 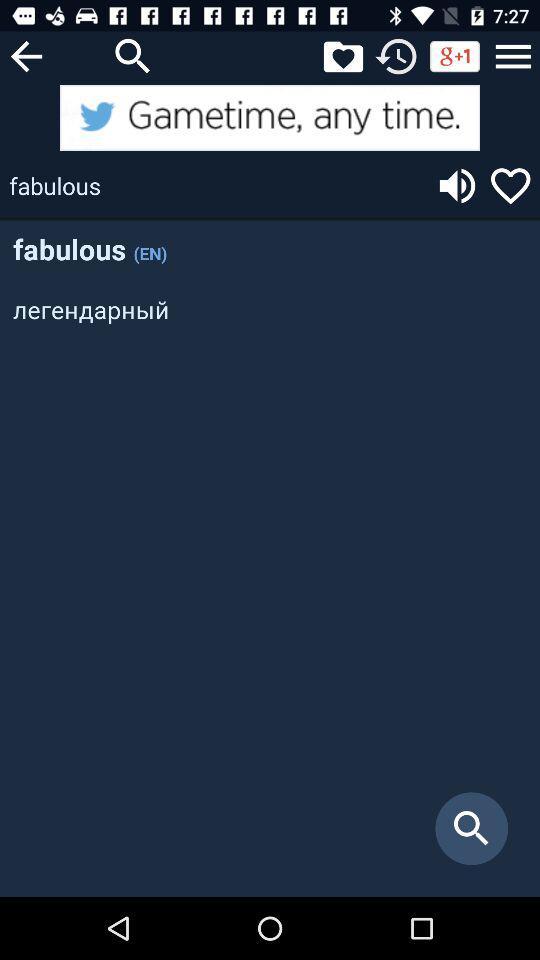 I want to click on search option, so click(x=133, y=55).